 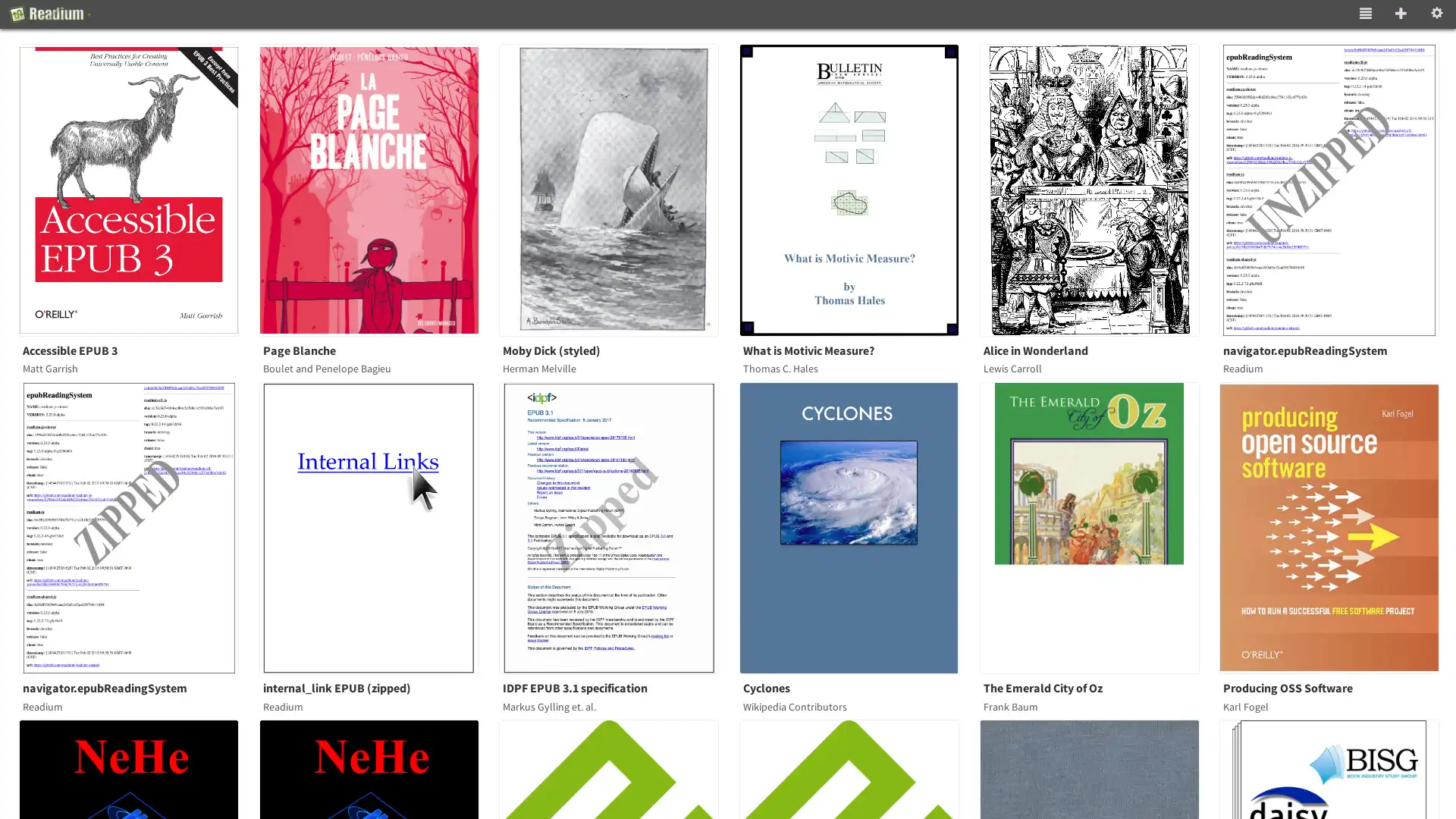 I want to click on (1) Accessible EPUB 3, so click(x=138, y=189).